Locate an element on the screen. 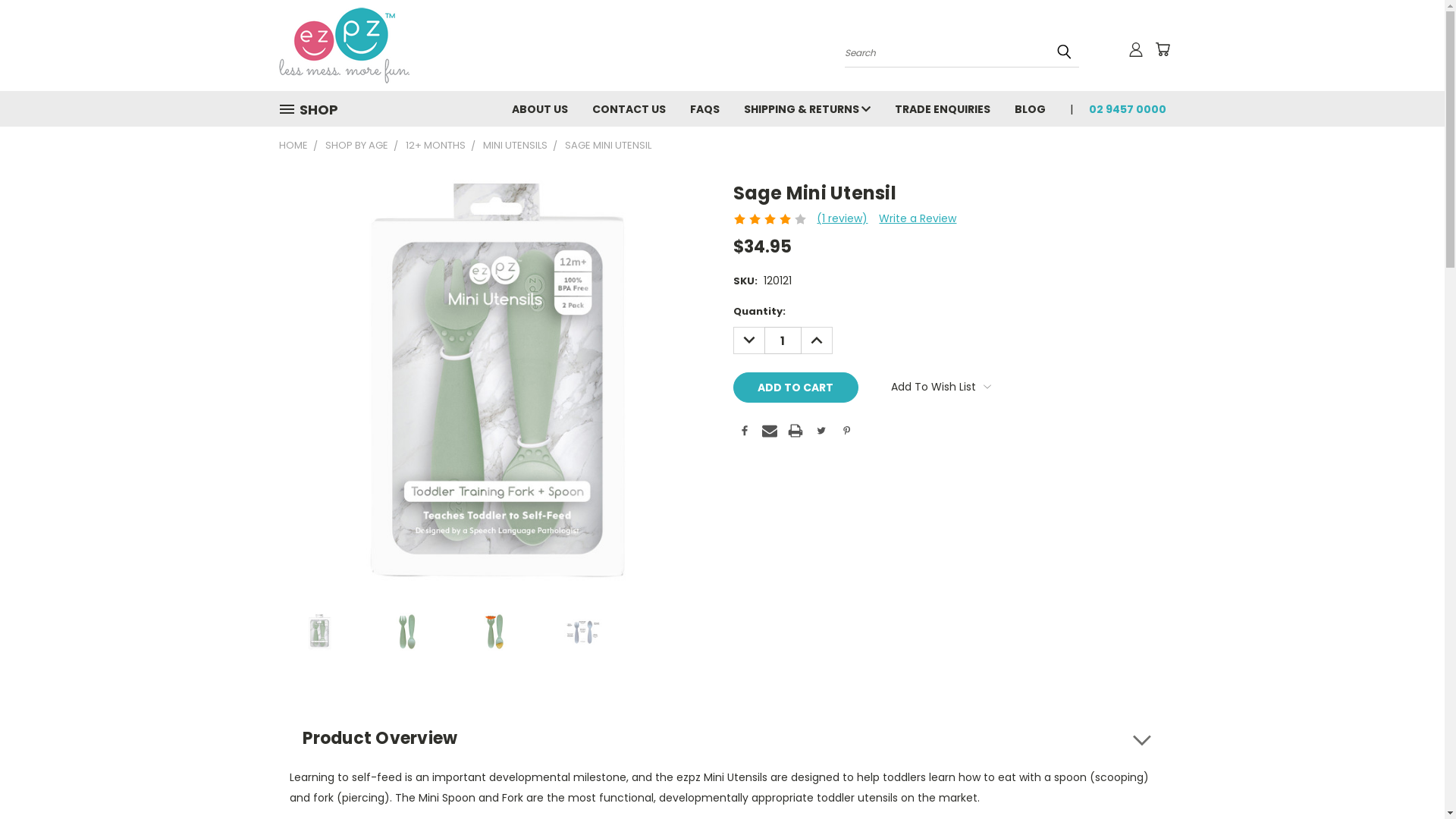 Image resolution: width=1456 pixels, height=819 pixels. 'CONTACT US' is located at coordinates (578, 107).